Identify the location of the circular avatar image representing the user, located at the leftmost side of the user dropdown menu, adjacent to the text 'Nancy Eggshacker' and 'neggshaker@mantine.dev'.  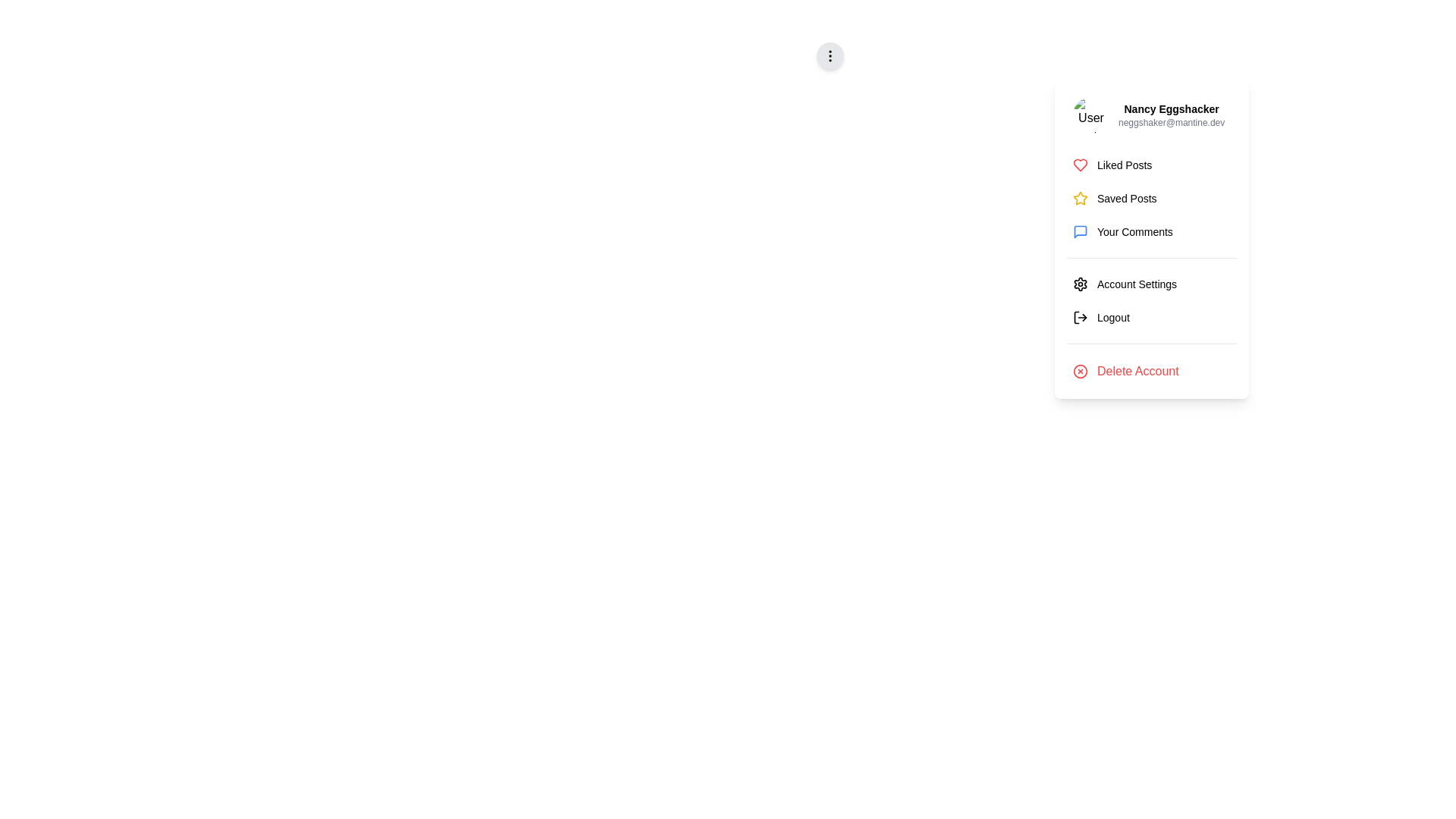
(1090, 114).